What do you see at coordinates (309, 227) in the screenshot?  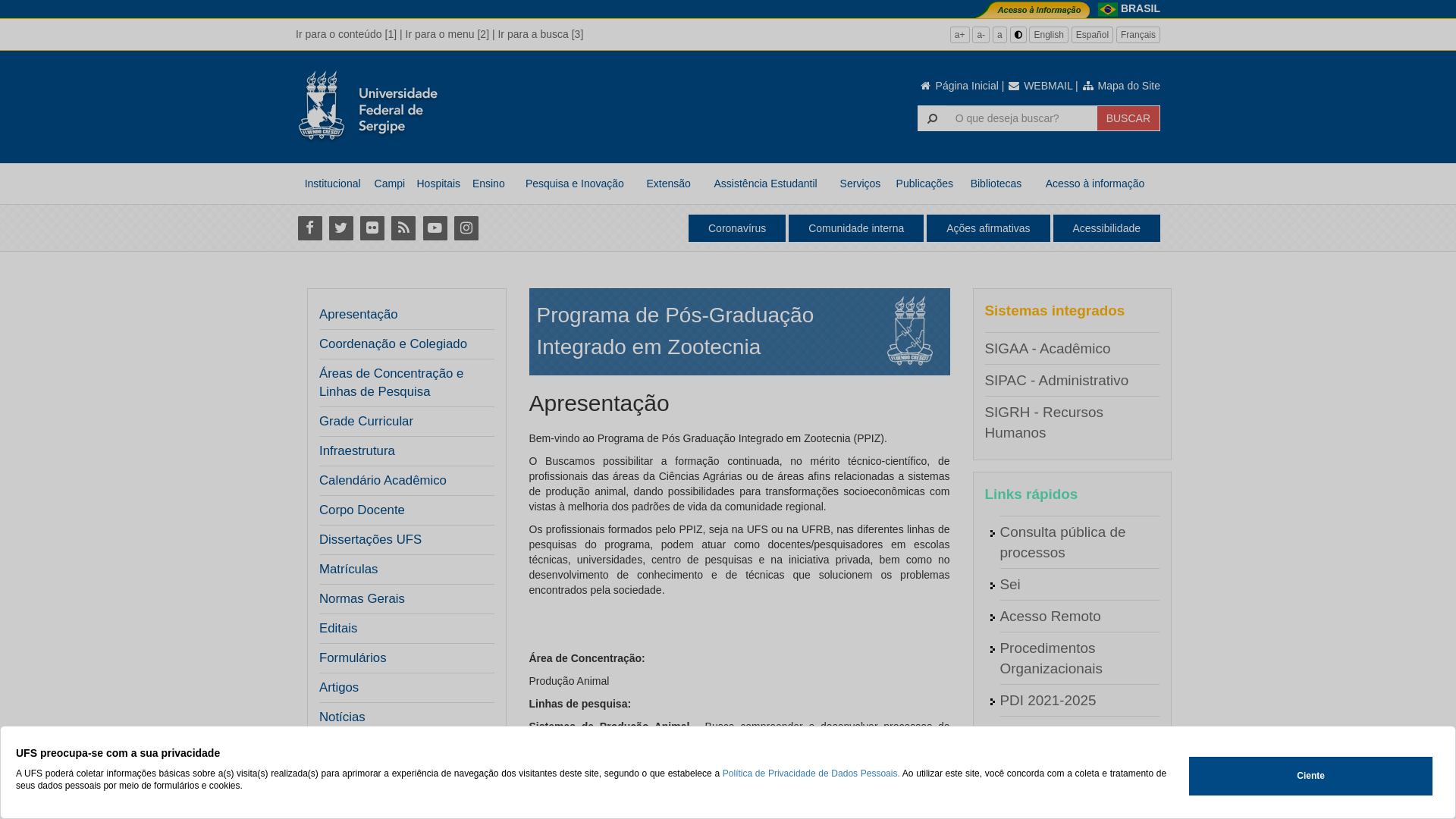 I see `'Facebook'` at bounding box center [309, 227].